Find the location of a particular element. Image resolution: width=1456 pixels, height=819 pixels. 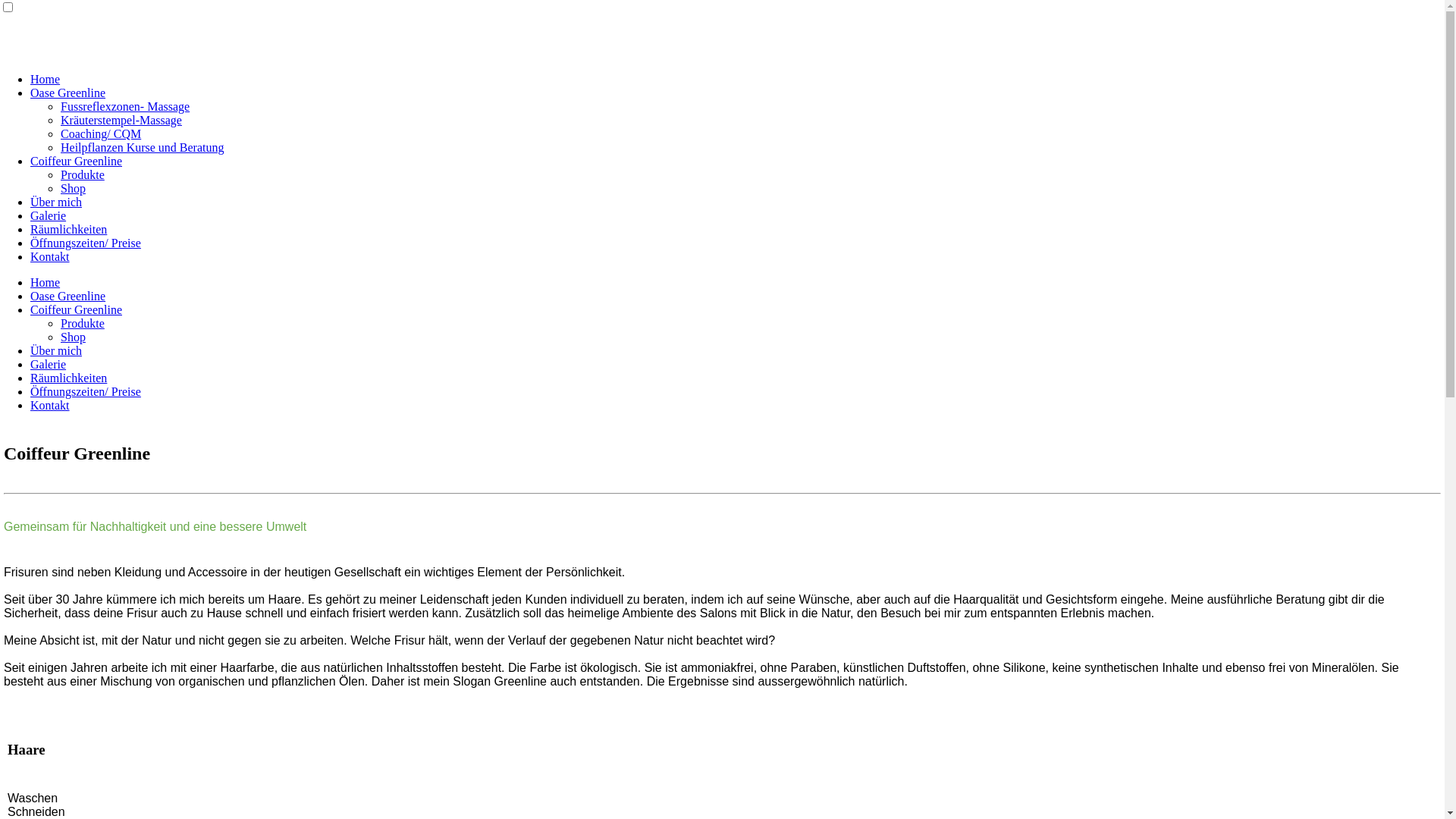

'Home' is located at coordinates (45, 79).